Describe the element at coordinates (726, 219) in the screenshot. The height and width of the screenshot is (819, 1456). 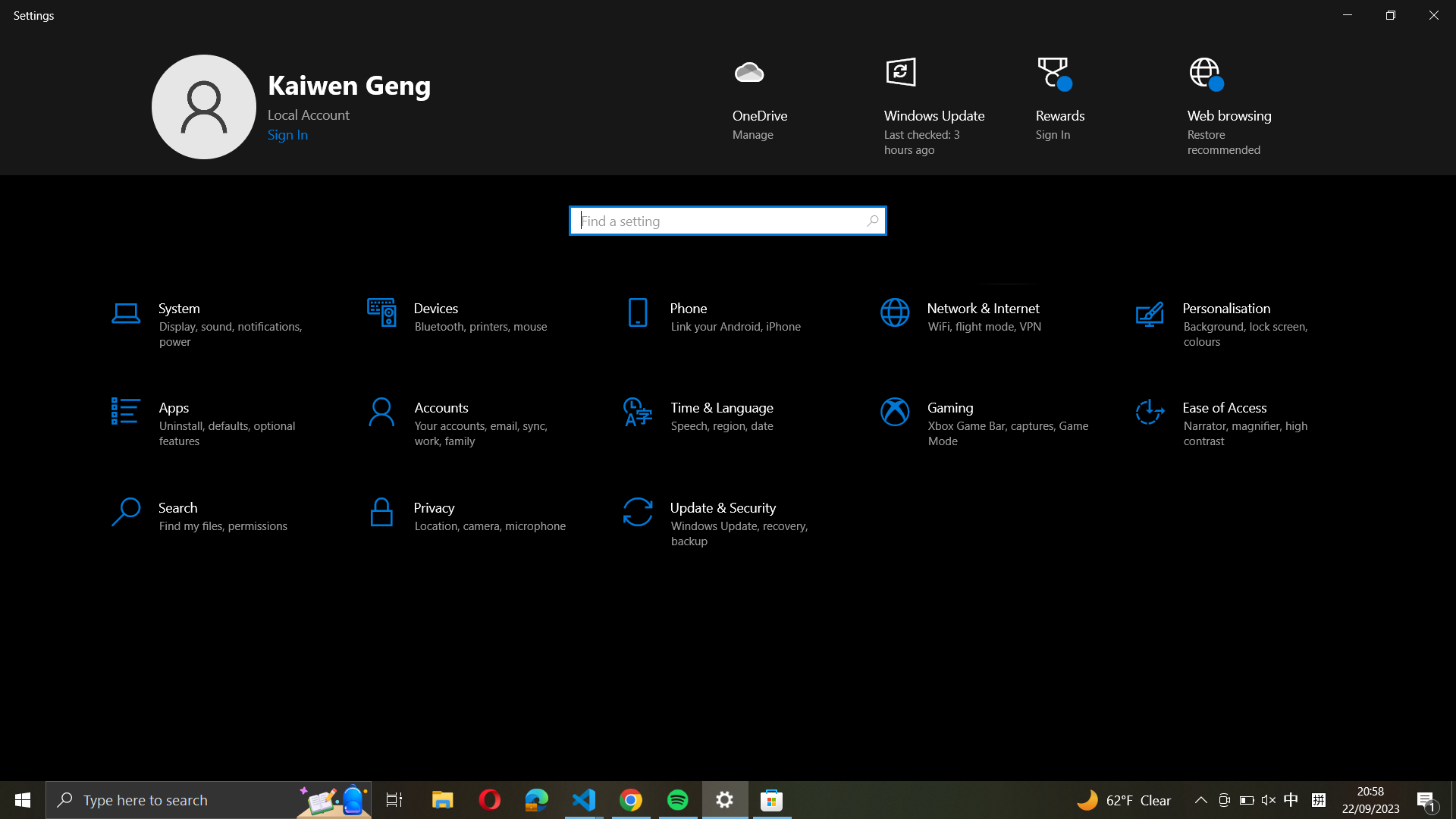
I see `and open the "Lock screen settings" from the search bar` at that location.